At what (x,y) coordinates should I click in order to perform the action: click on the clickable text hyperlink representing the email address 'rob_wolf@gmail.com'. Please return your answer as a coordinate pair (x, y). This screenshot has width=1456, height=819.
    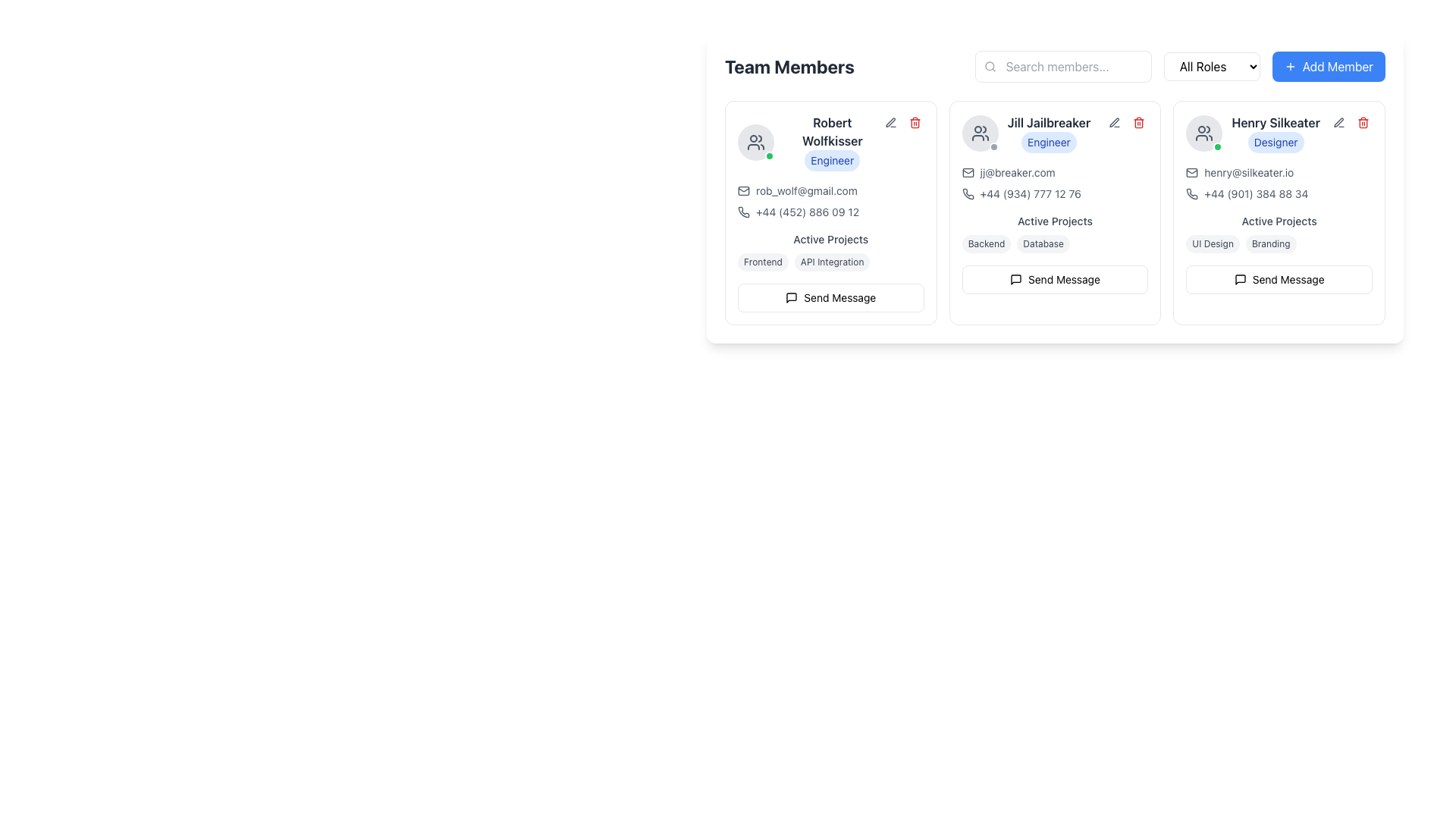
    Looking at the image, I should click on (830, 190).